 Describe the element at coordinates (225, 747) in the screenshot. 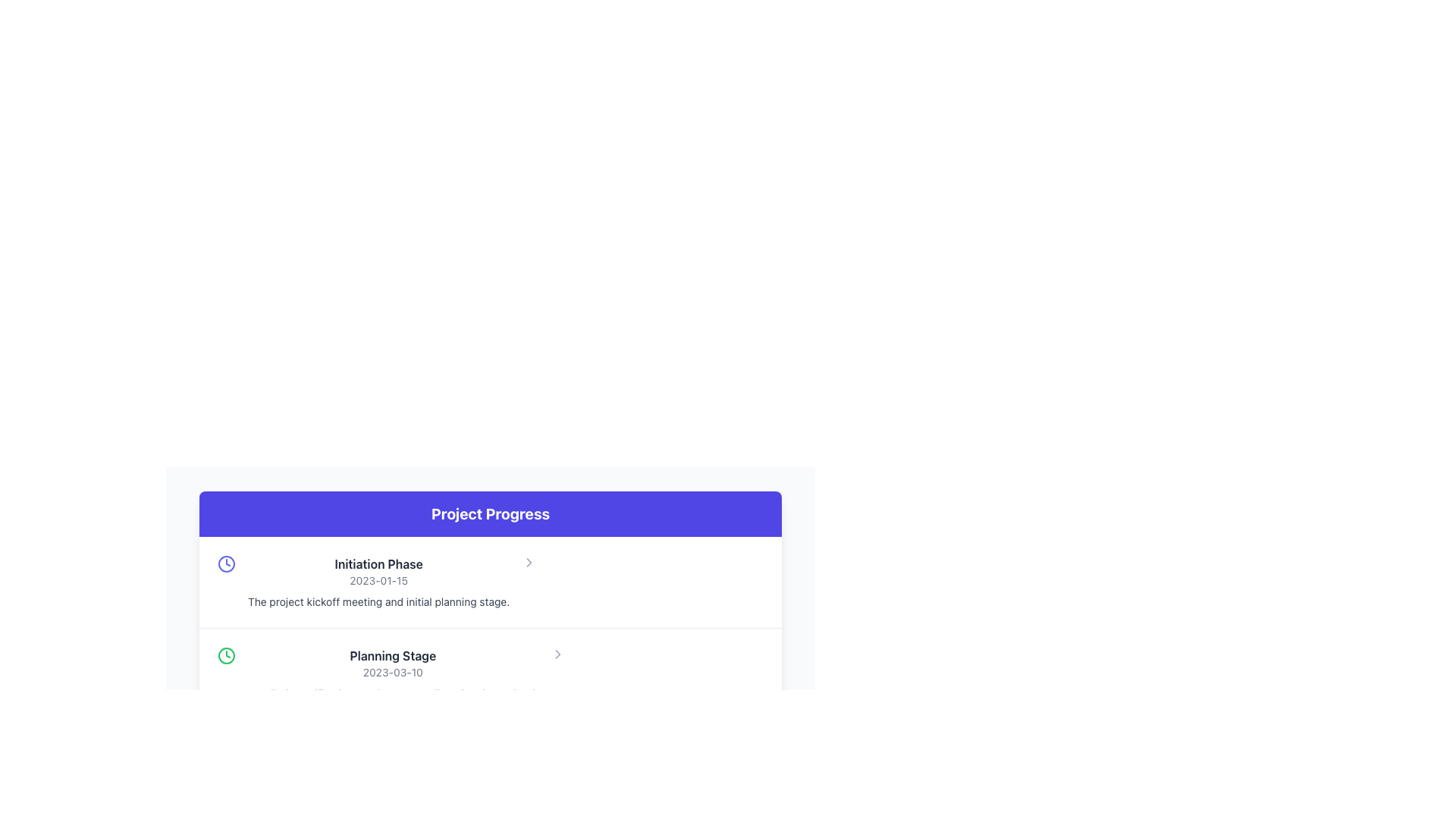

I see `the circular graphic element that represents the boundary of the clock in the 'Project Progress' section of the SVG component` at that location.